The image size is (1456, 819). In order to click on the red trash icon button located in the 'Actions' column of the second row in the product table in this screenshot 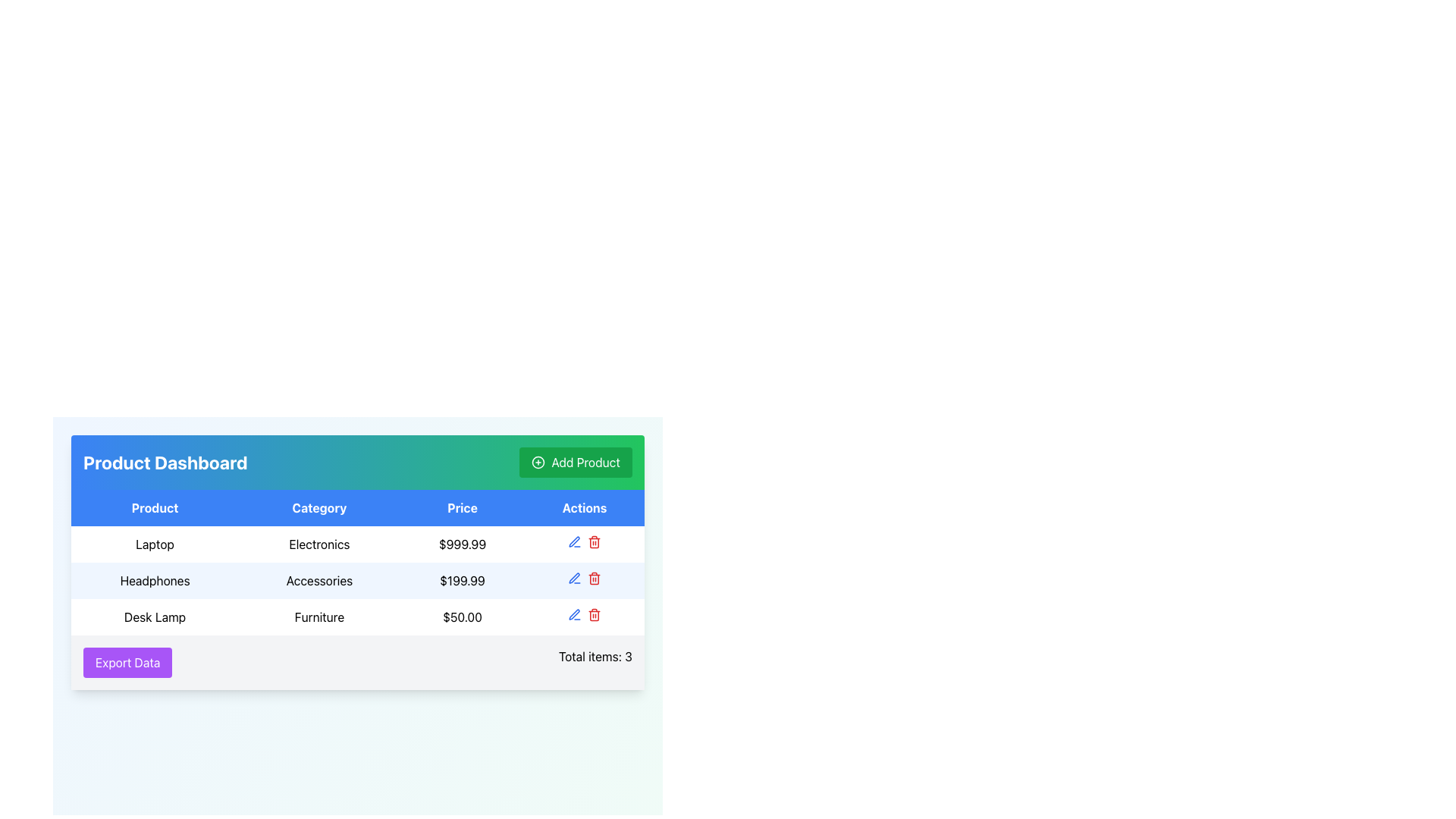, I will do `click(593, 541)`.